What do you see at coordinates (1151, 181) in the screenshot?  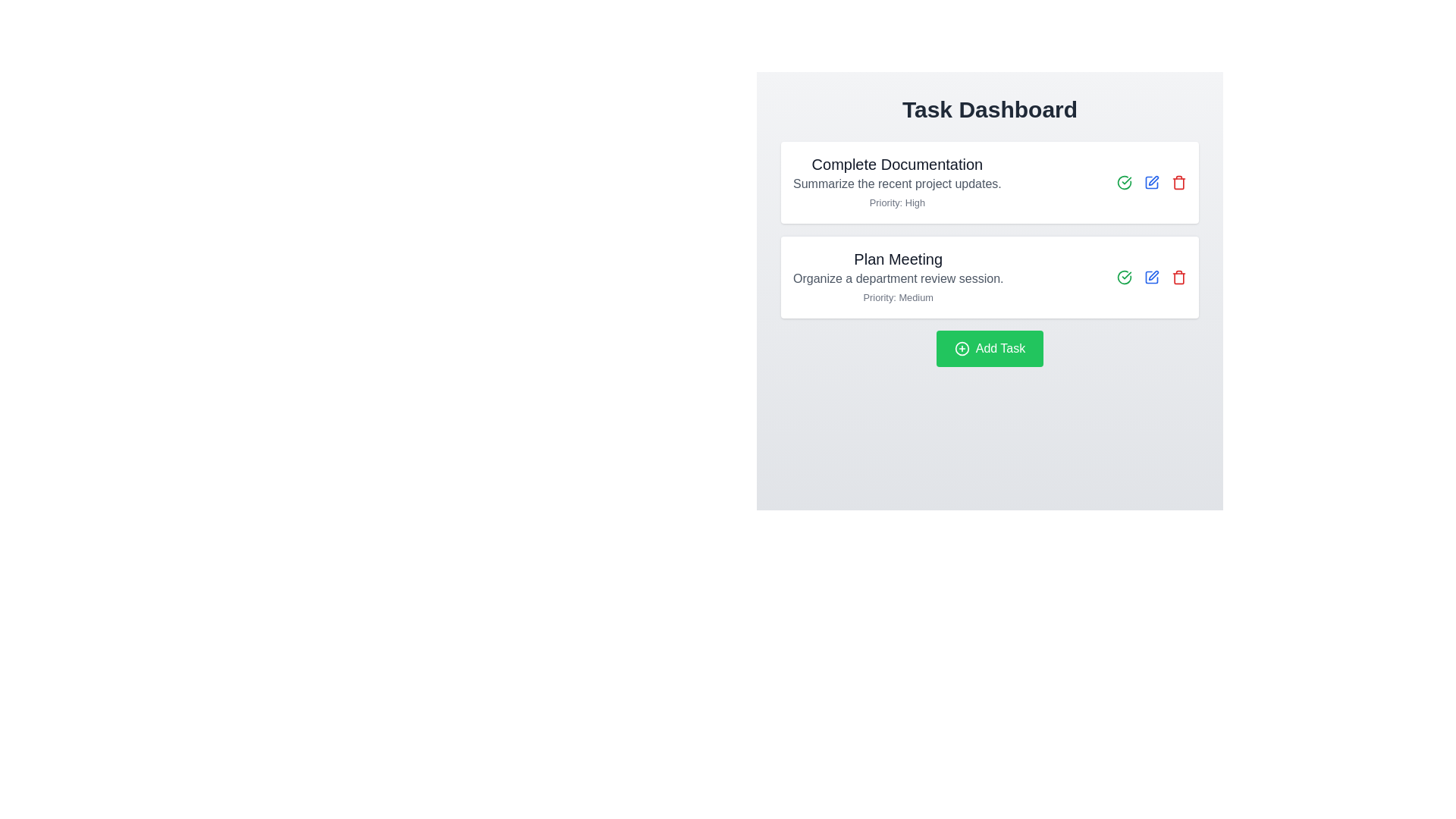 I see `the blue pen icon button associated with 'Complete Documentation'` at bounding box center [1151, 181].